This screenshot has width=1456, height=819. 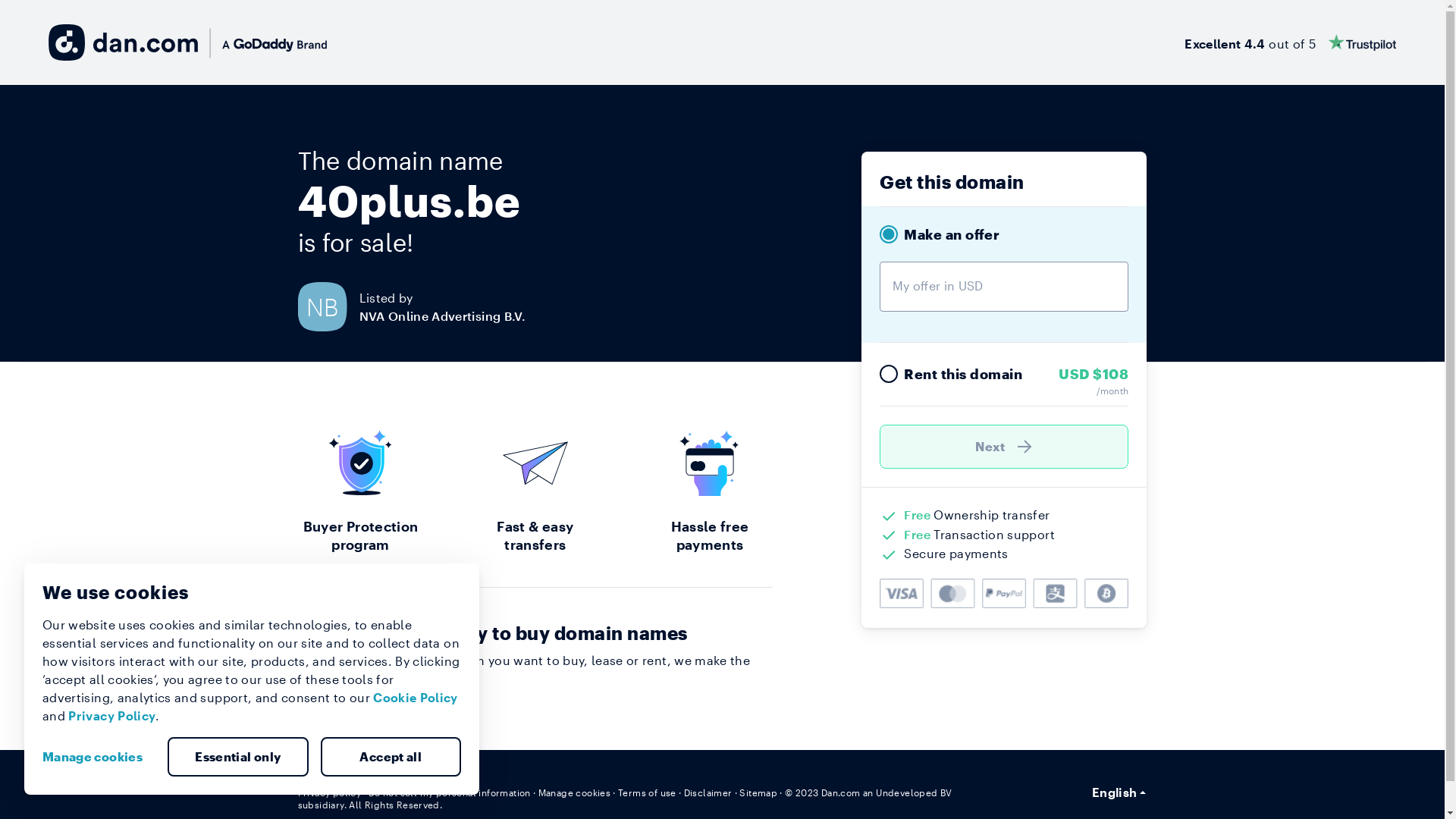 I want to click on 'Accept all', so click(x=390, y=757).